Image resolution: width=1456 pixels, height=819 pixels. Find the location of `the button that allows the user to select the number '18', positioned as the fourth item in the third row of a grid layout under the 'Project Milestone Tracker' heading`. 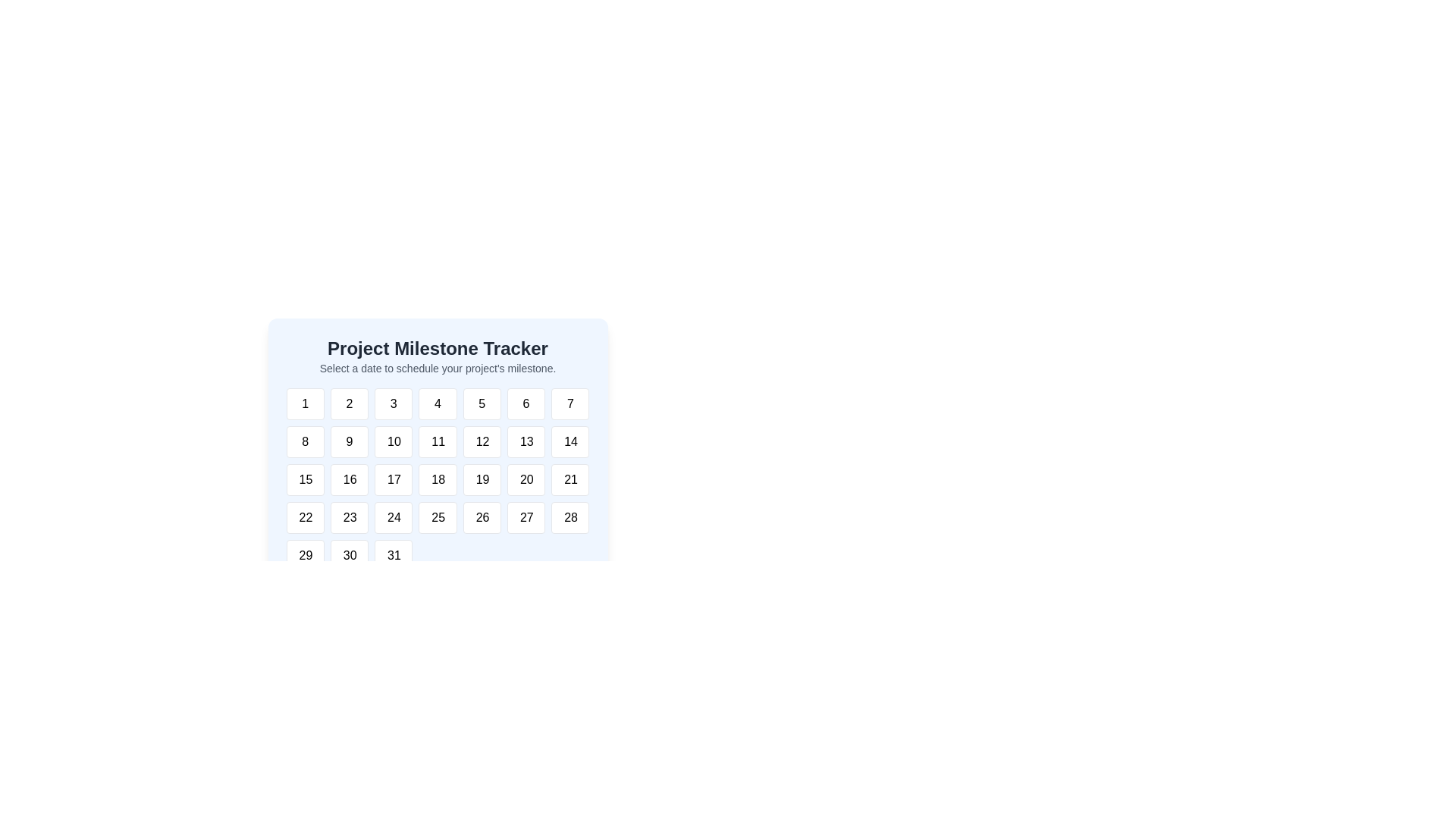

the button that allows the user to select the number '18', positioned as the fourth item in the third row of a grid layout under the 'Project Milestone Tracker' heading is located at coordinates (437, 479).